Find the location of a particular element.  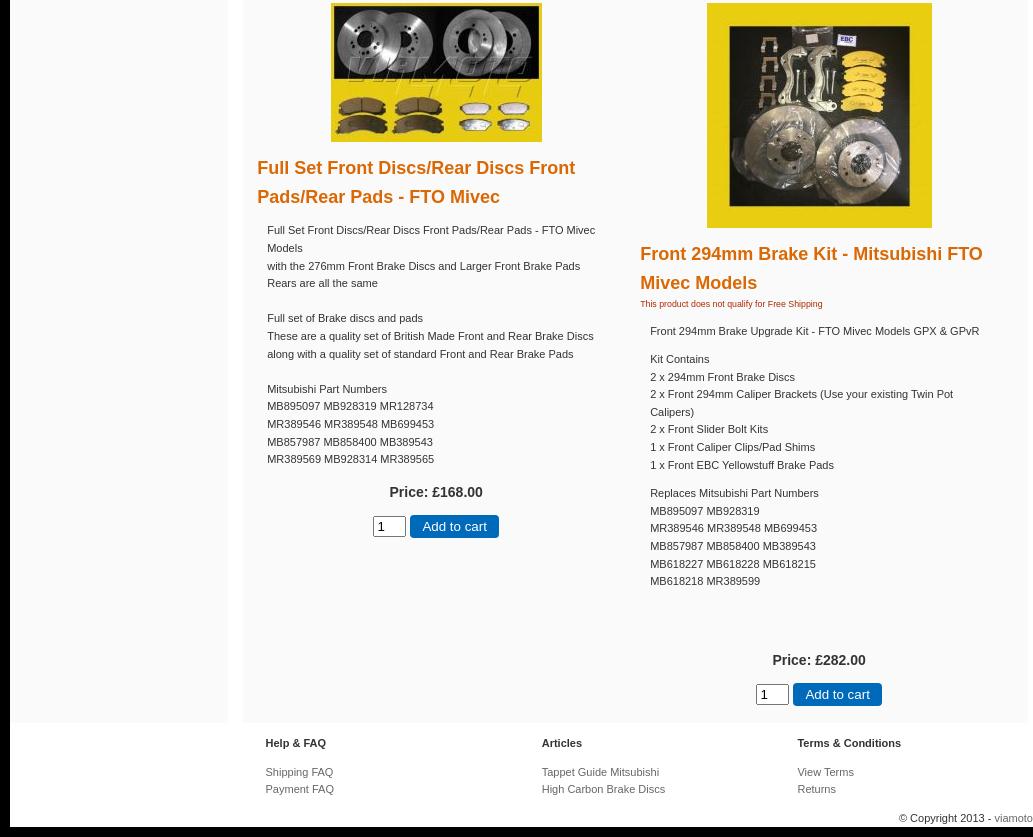

'Rears are all the same' is located at coordinates (320, 282).